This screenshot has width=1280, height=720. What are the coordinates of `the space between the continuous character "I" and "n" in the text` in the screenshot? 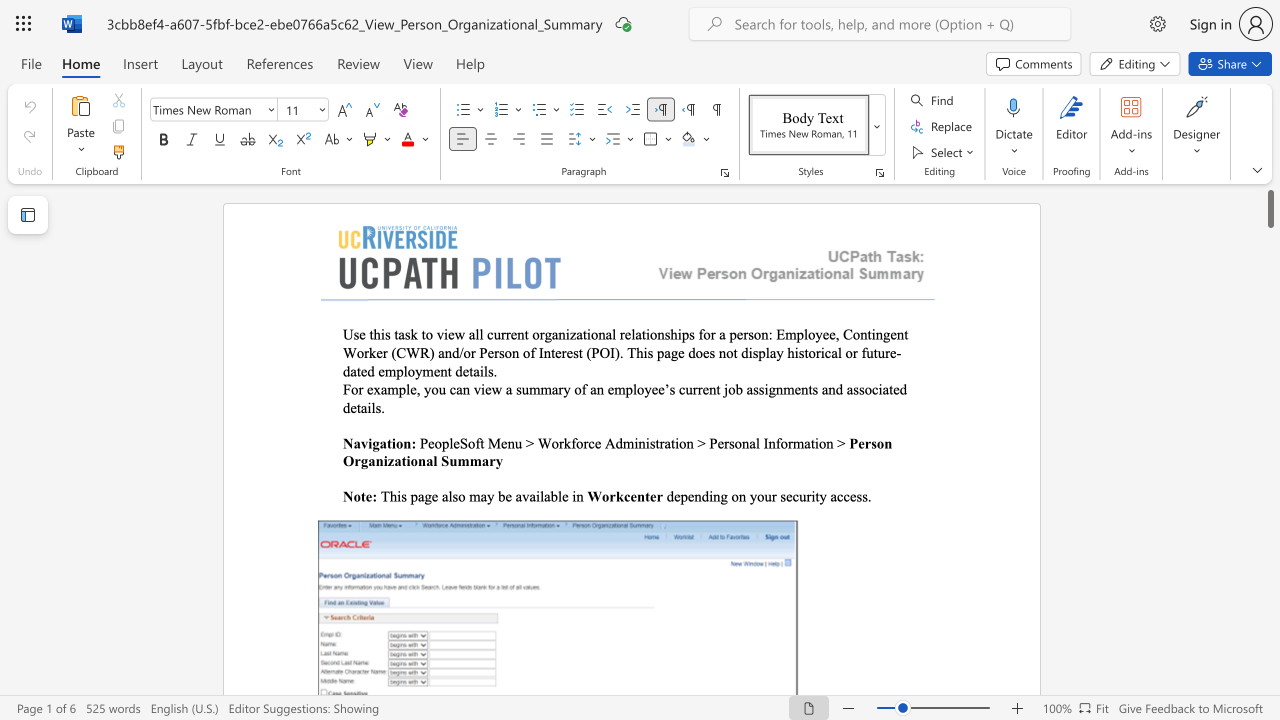 It's located at (768, 442).